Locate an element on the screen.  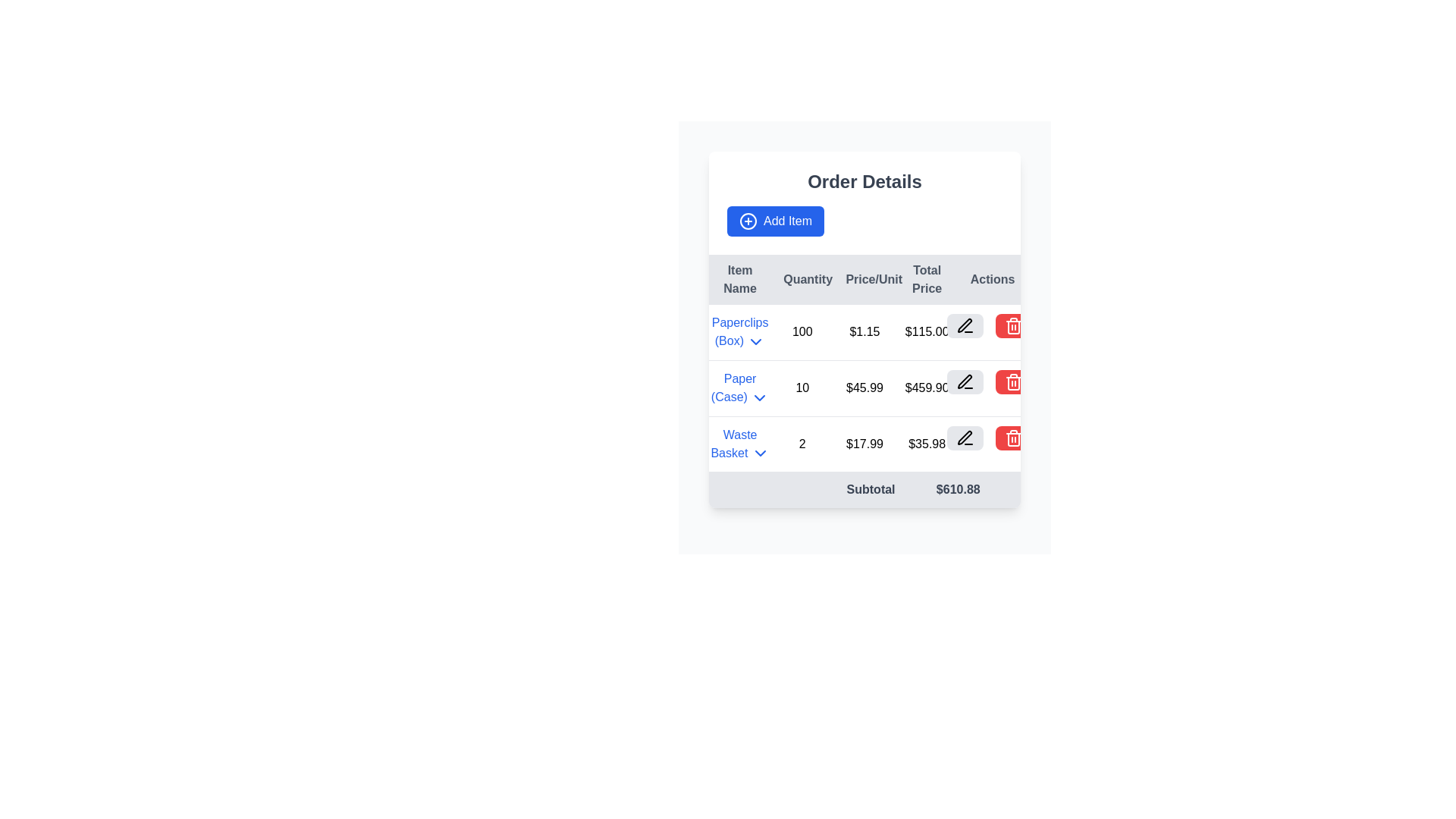
the third row in the 'Order Details' section of the table is located at coordinates (864, 444).